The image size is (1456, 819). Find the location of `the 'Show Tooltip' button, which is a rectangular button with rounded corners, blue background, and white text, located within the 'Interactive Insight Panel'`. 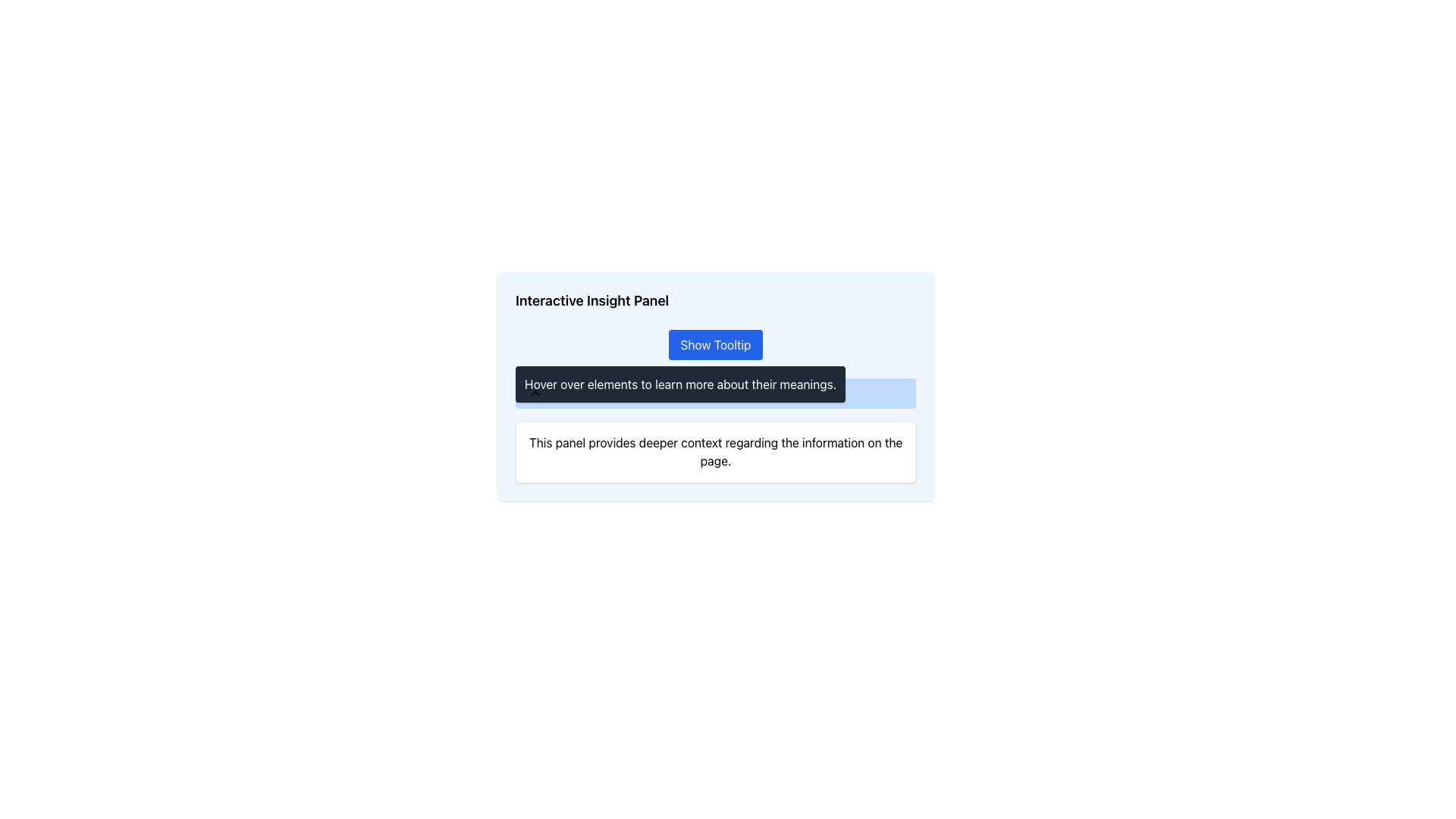

the 'Show Tooltip' button, which is a rectangular button with rounded corners, blue background, and white text, located within the 'Interactive Insight Panel' is located at coordinates (715, 345).